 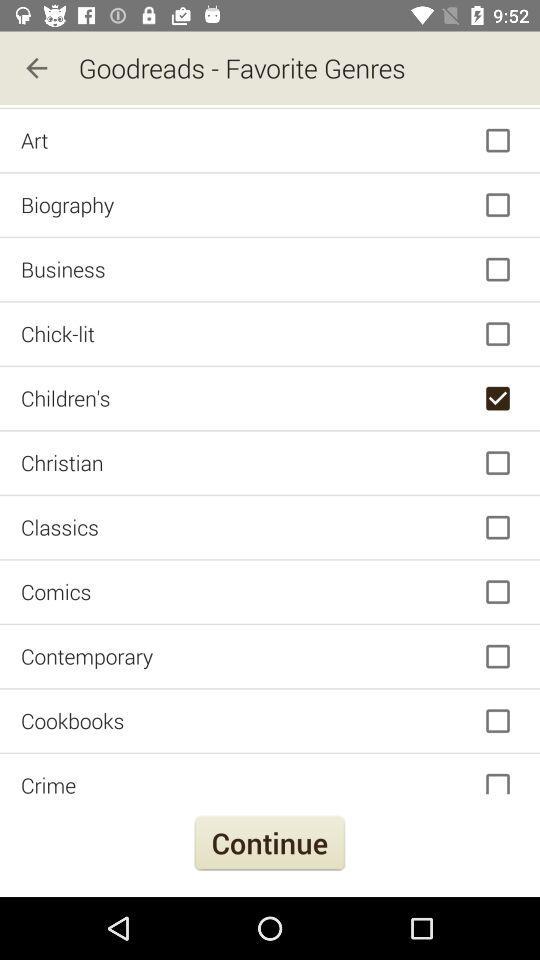 What do you see at coordinates (270, 139) in the screenshot?
I see `art` at bounding box center [270, 139].